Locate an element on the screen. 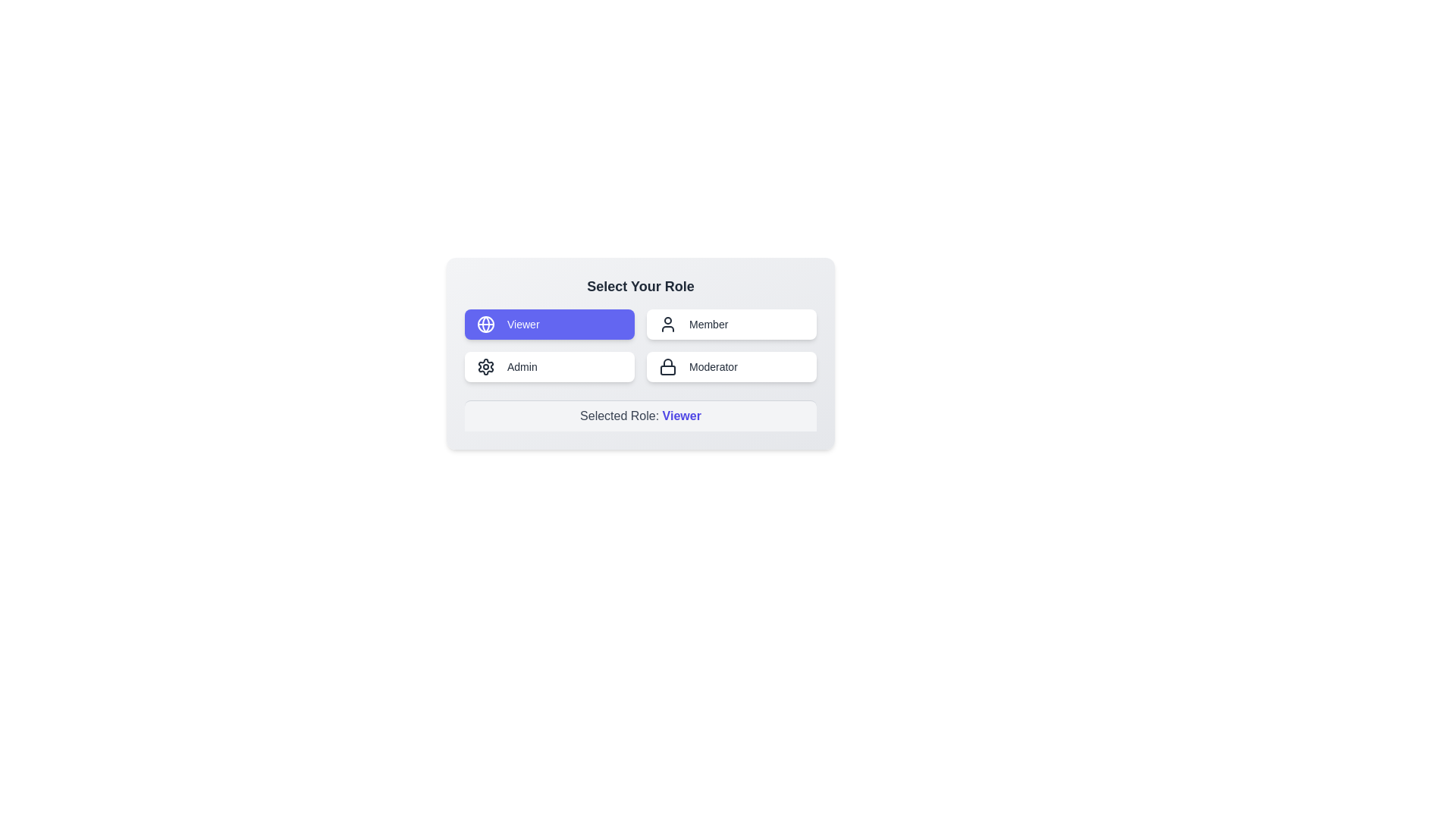 Image resolution: width=1456 pixels, height=819 pixels. the role Member by clicking on the corresponding button is located at coordinates (731, 324).